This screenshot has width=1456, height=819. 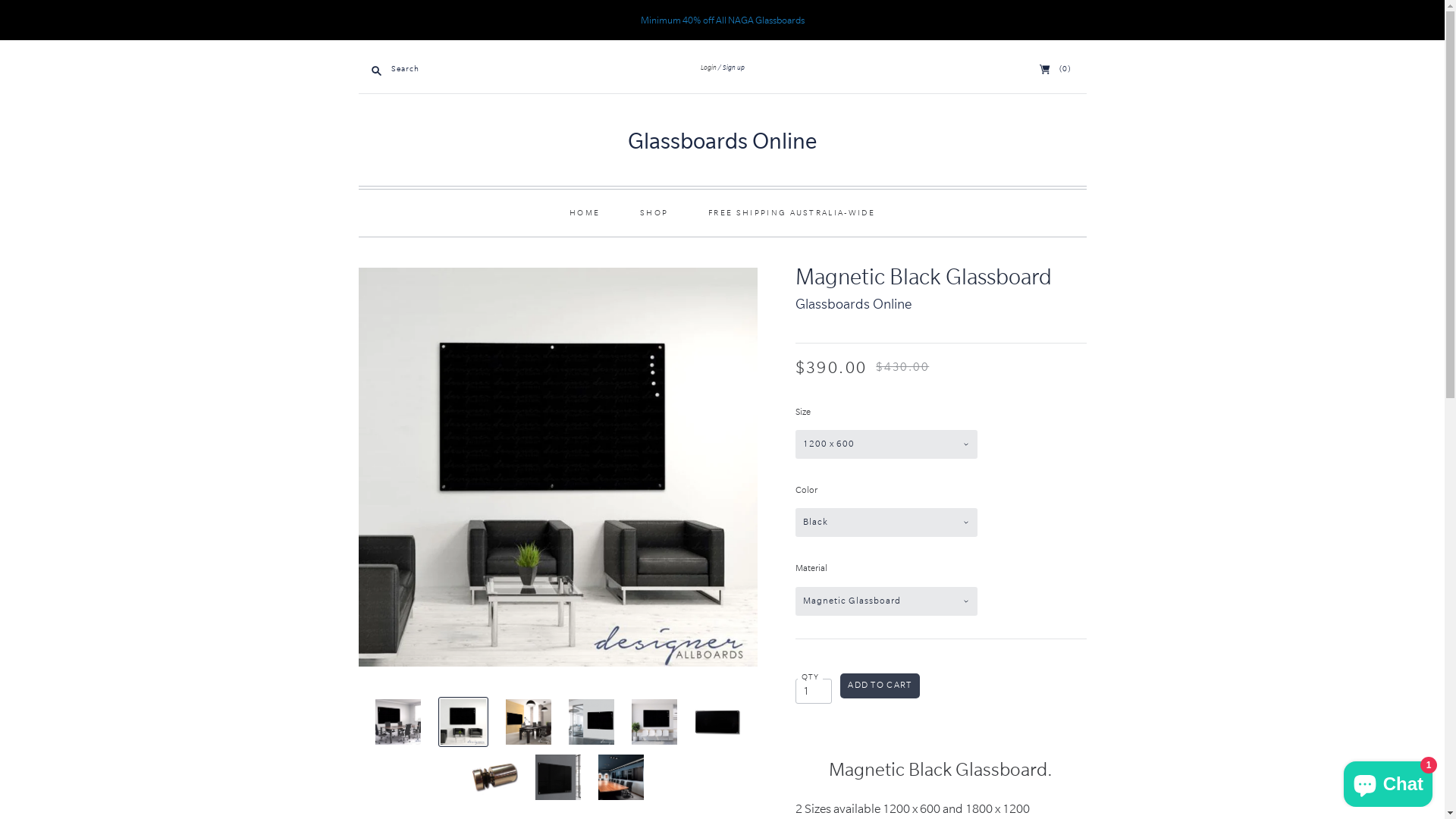 What do you see at coordinates (730, 66) in the screenshot?
I see `'Sign up'` at bounding box center [730, 66].